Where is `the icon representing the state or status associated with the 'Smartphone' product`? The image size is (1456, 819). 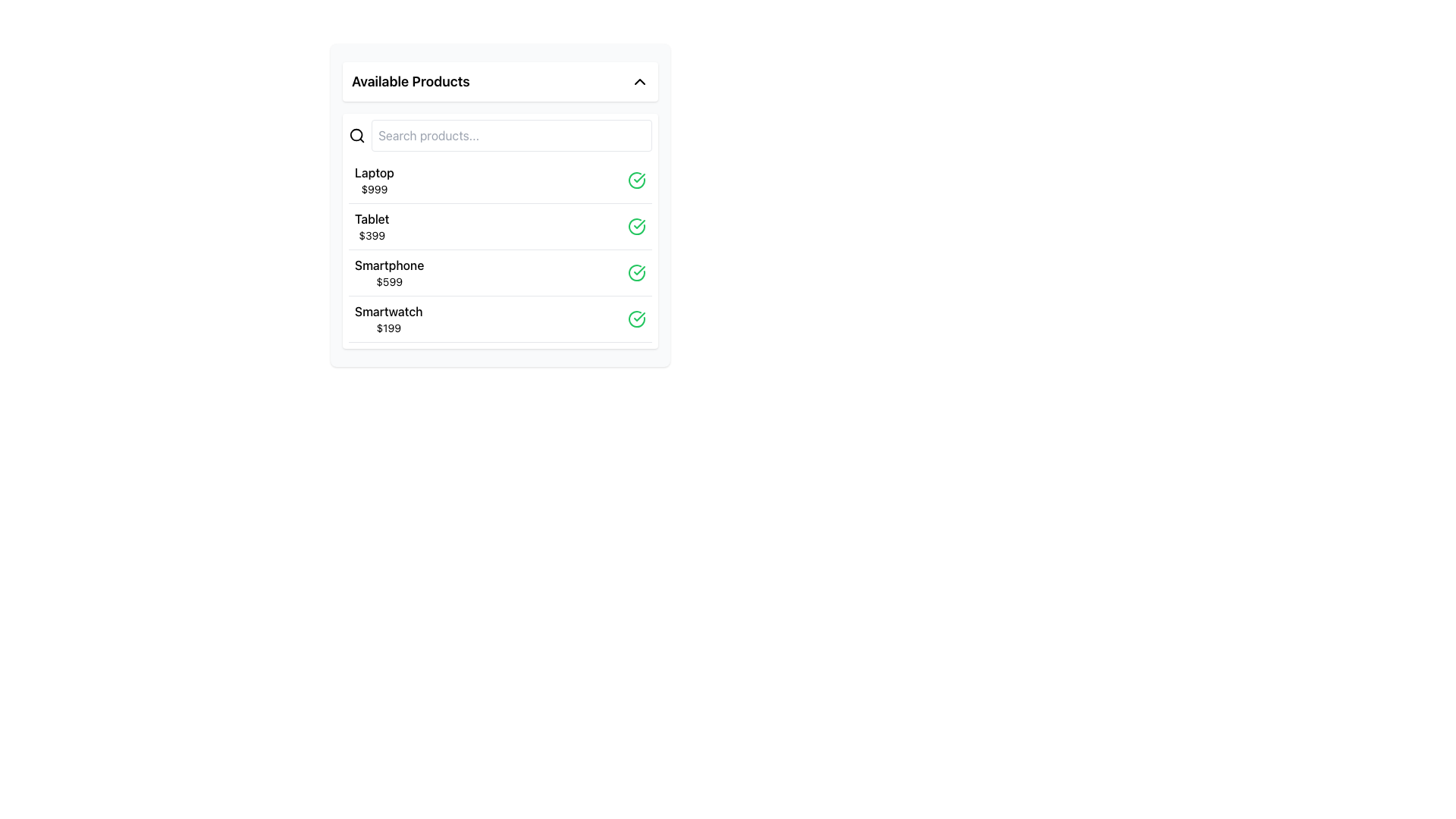
the icon representing the state or status associated with the 'Smartphone' product is located at coordinates (637, 271).